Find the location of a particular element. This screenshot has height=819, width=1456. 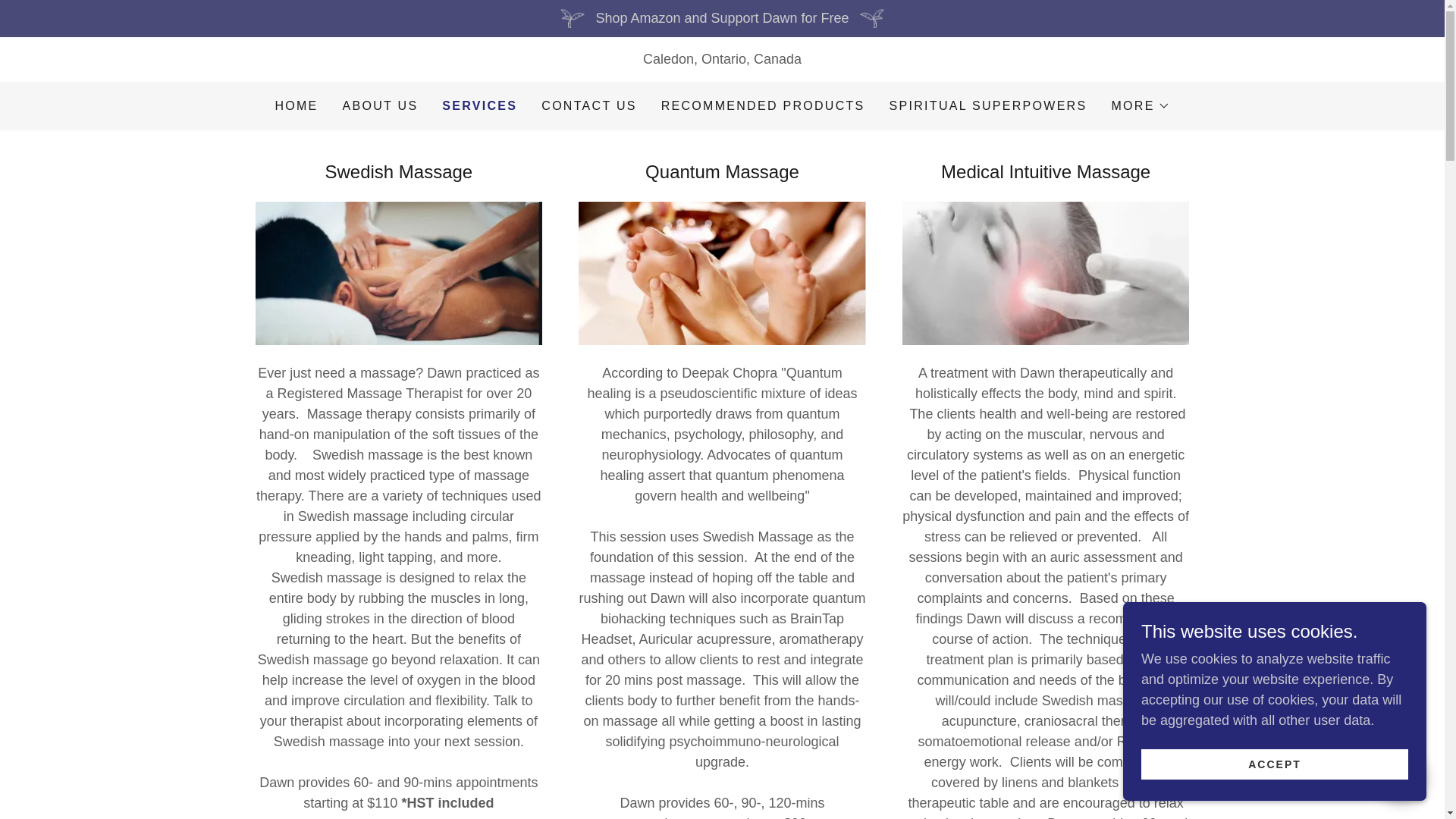

'Shop Amazon and Support Dawn for Free' is located at coordinates (721, 18).